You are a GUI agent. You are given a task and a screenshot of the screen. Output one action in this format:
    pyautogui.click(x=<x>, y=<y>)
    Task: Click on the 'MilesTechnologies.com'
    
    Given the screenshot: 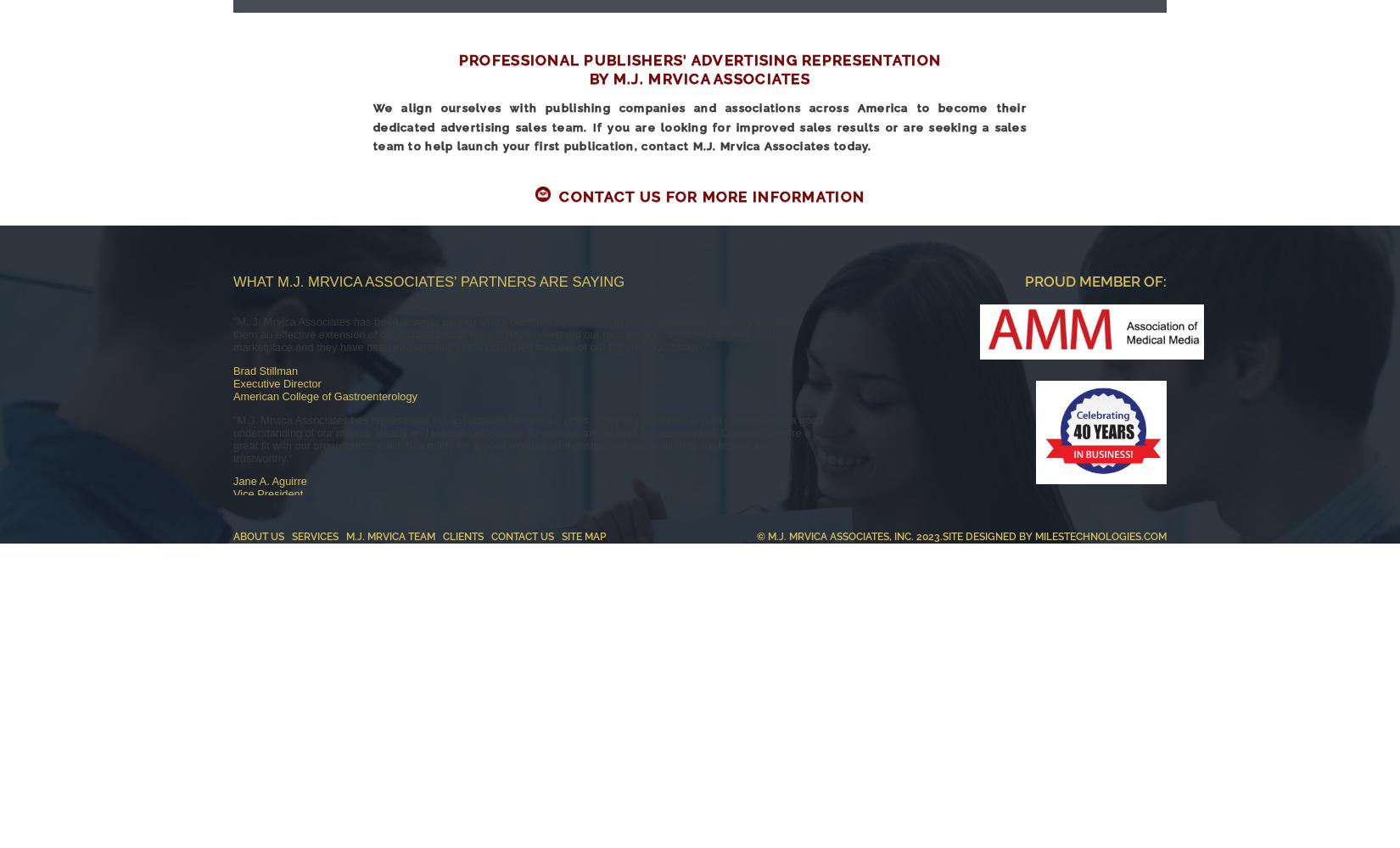 What is the action you would take?
    pyautogui.click(x=1035, y=536)
    